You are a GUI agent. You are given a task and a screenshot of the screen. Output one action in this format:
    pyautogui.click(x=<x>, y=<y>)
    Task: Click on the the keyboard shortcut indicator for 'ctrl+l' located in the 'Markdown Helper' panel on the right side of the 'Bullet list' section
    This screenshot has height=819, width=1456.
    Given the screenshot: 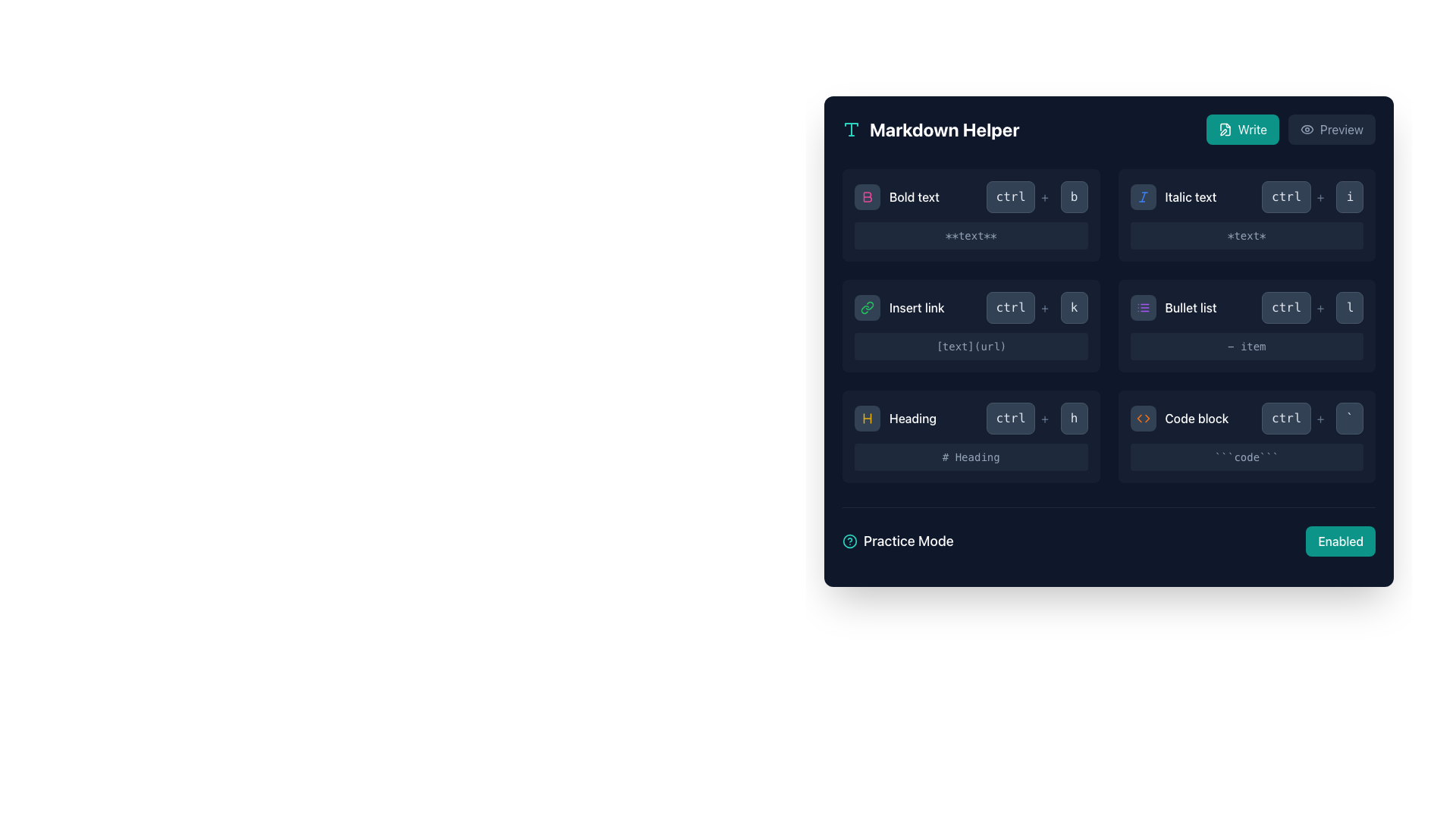 What is the action you would take?
    pyautogui.click(x=1312, y=307)
    